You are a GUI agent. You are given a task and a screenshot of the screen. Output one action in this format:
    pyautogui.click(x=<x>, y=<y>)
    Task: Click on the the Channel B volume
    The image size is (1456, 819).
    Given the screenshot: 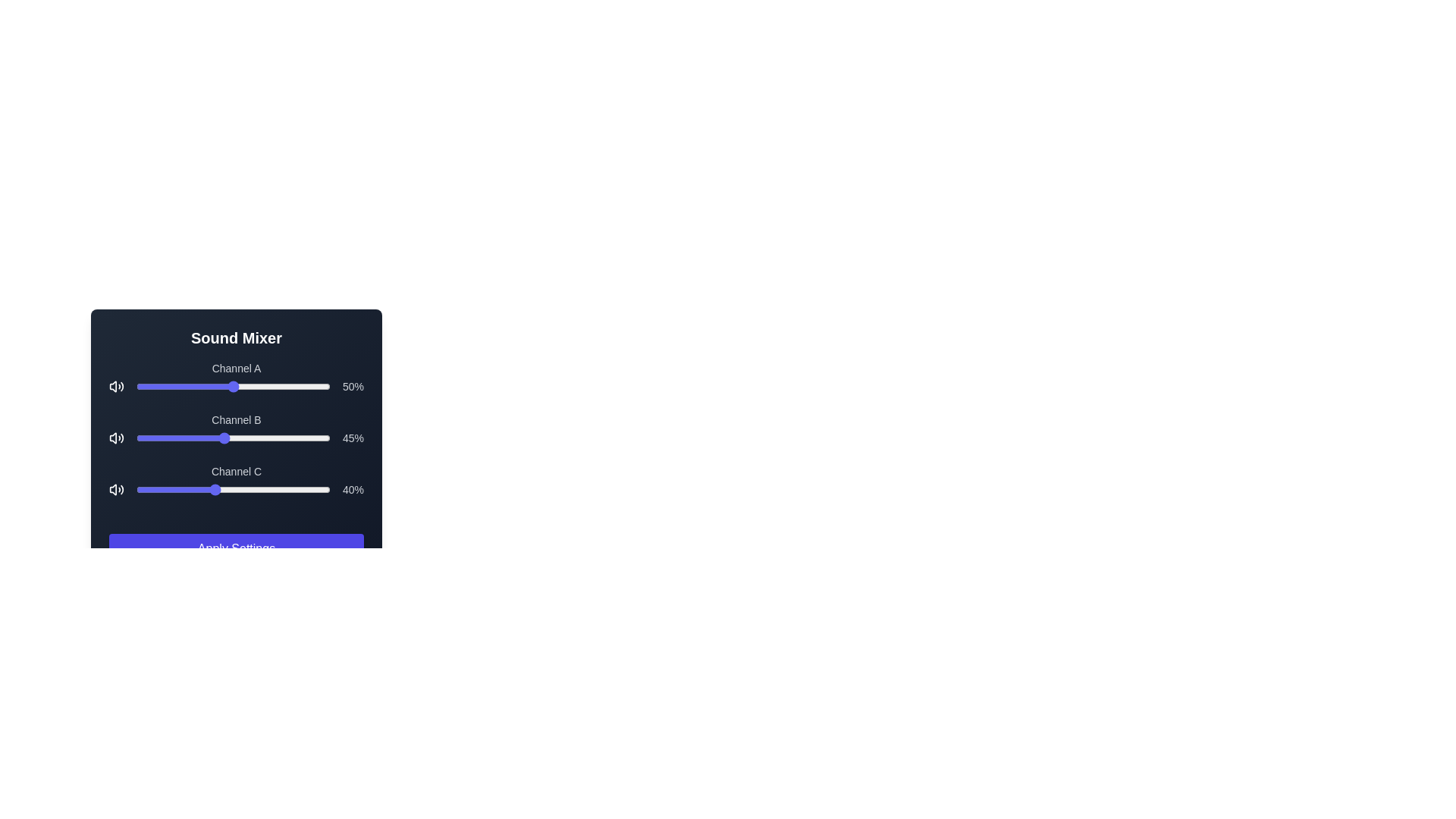 What is the action you would take?
    pyautogui.click(x=188, y=438)
    